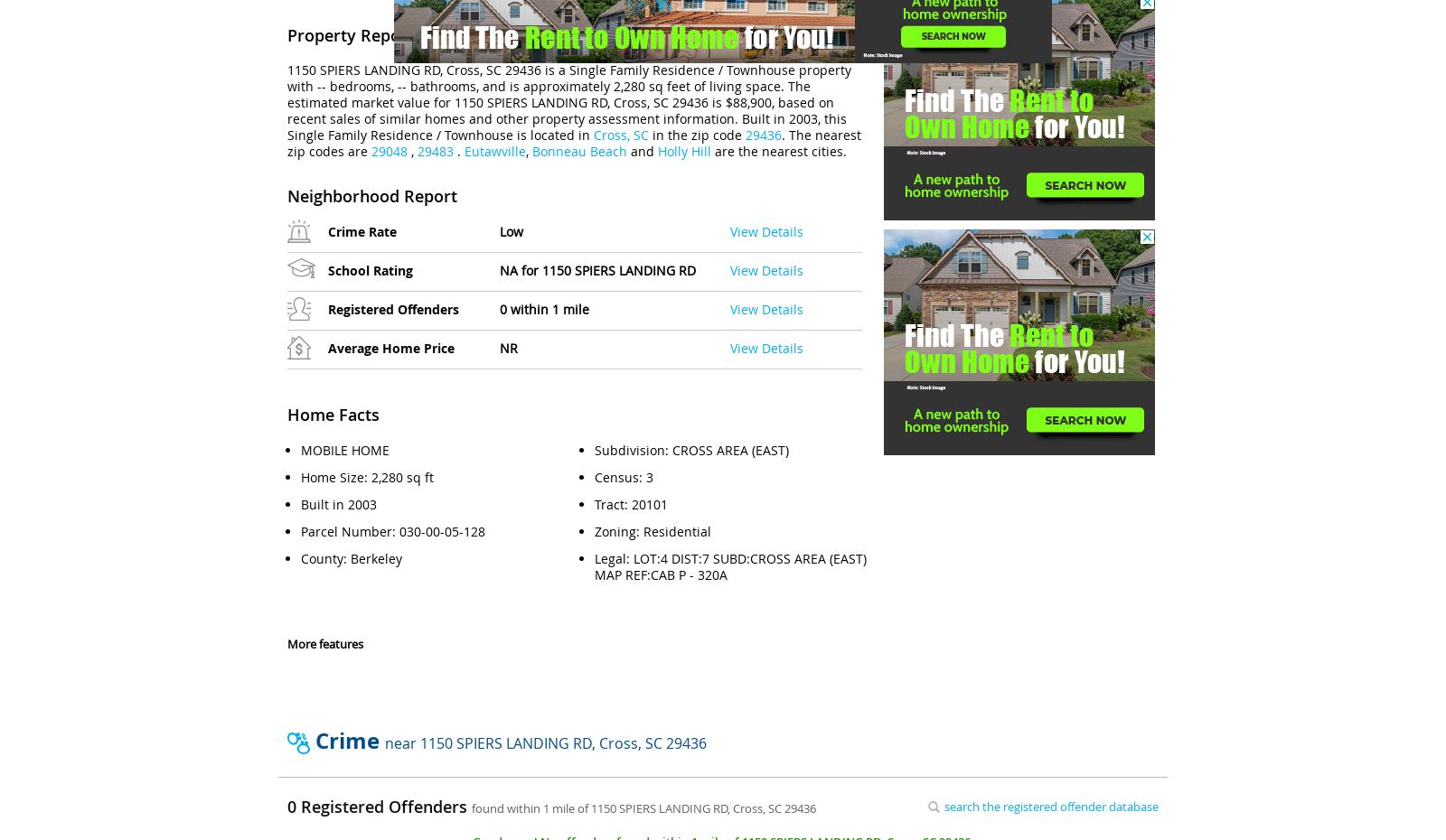 Image resolution: width=1446 pixels, height=840 pixels. Describe the element at coordinates (658, 150) in the screenshot. I see `'Holly Hill'` at that location.